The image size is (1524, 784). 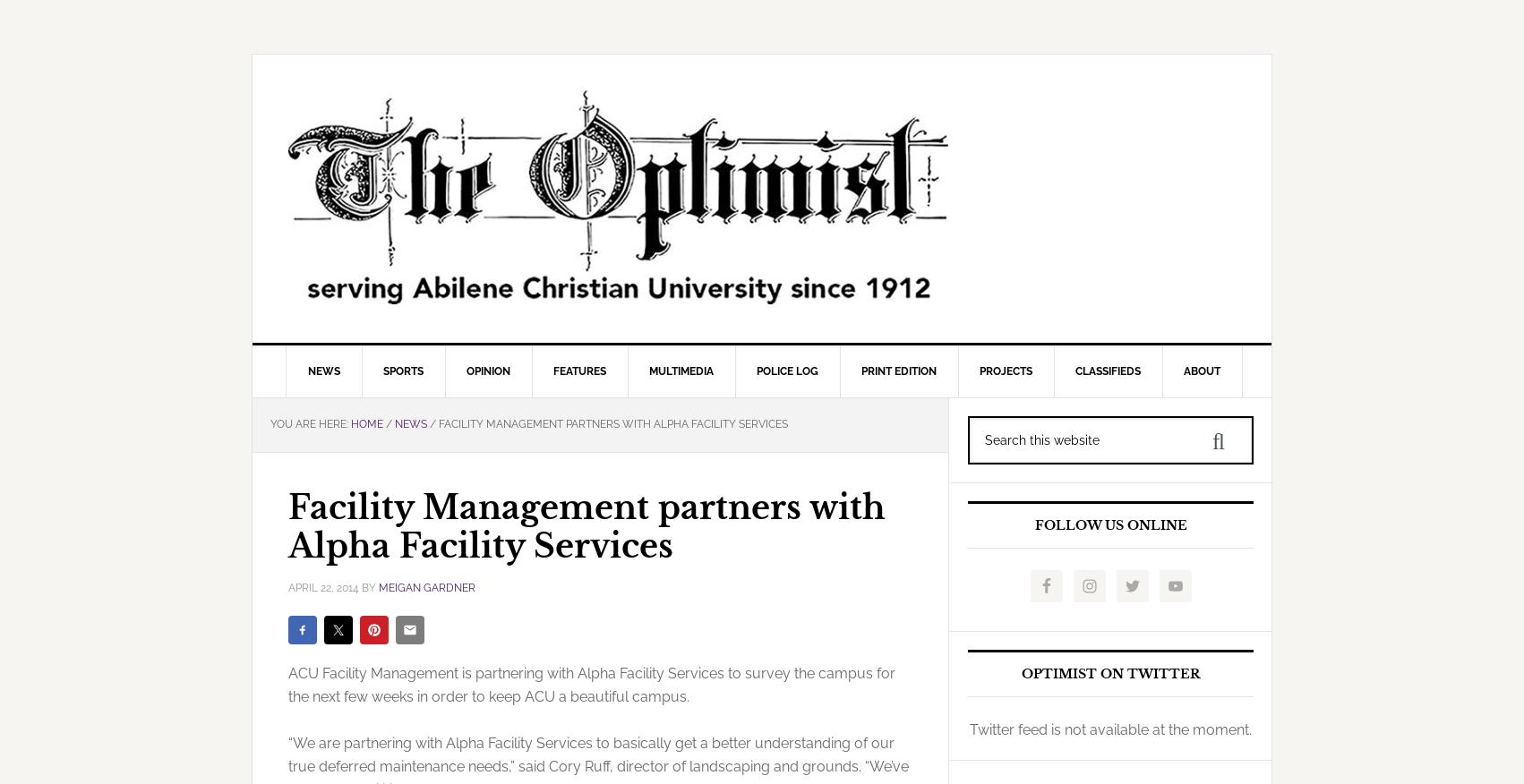 I want to click on 'Sports', so click(x=401, y=371).